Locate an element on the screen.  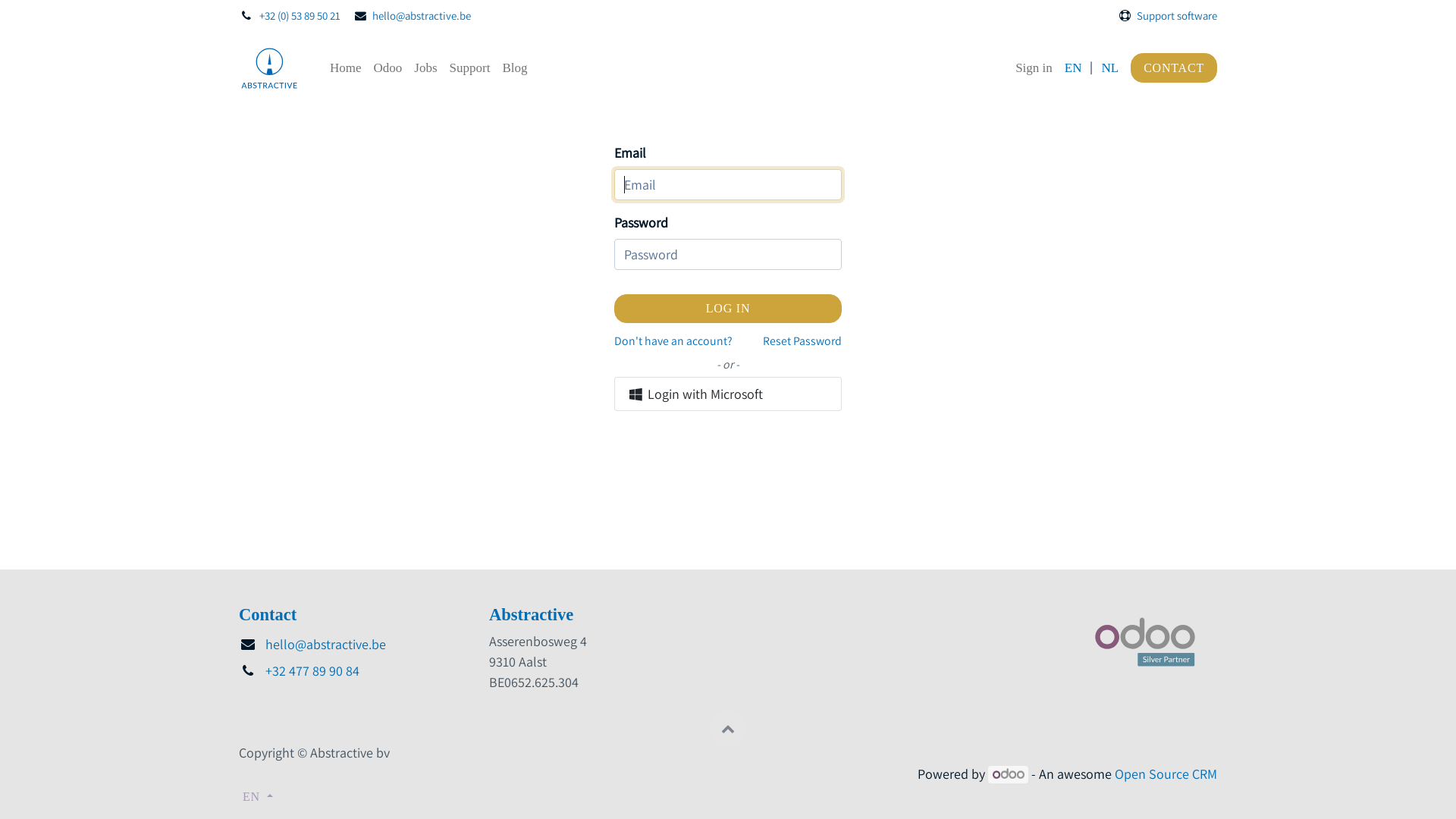
'Home' is located at coordinates (345, 67).